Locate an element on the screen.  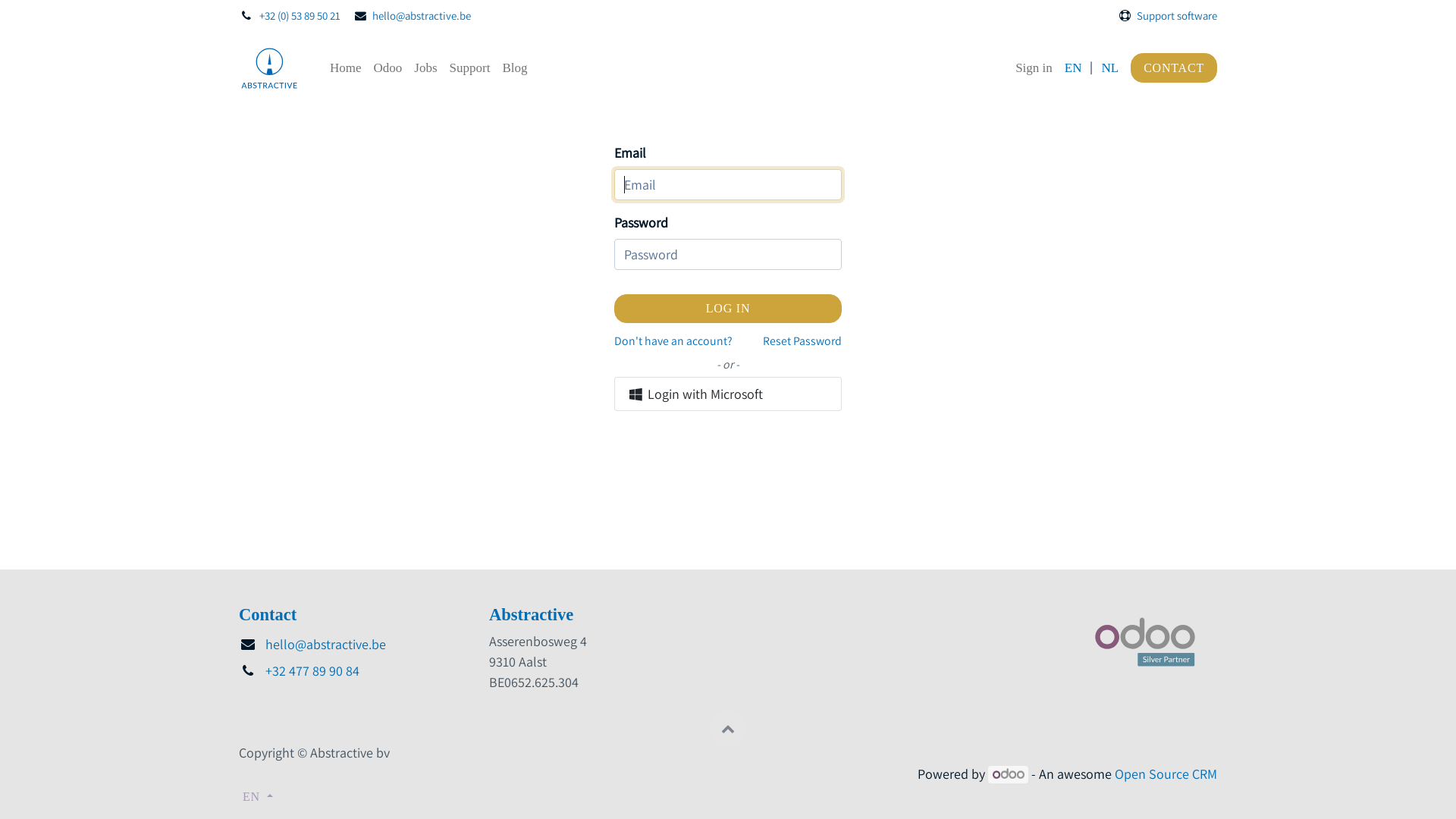
'Home' is located at coordinates (345, 67).